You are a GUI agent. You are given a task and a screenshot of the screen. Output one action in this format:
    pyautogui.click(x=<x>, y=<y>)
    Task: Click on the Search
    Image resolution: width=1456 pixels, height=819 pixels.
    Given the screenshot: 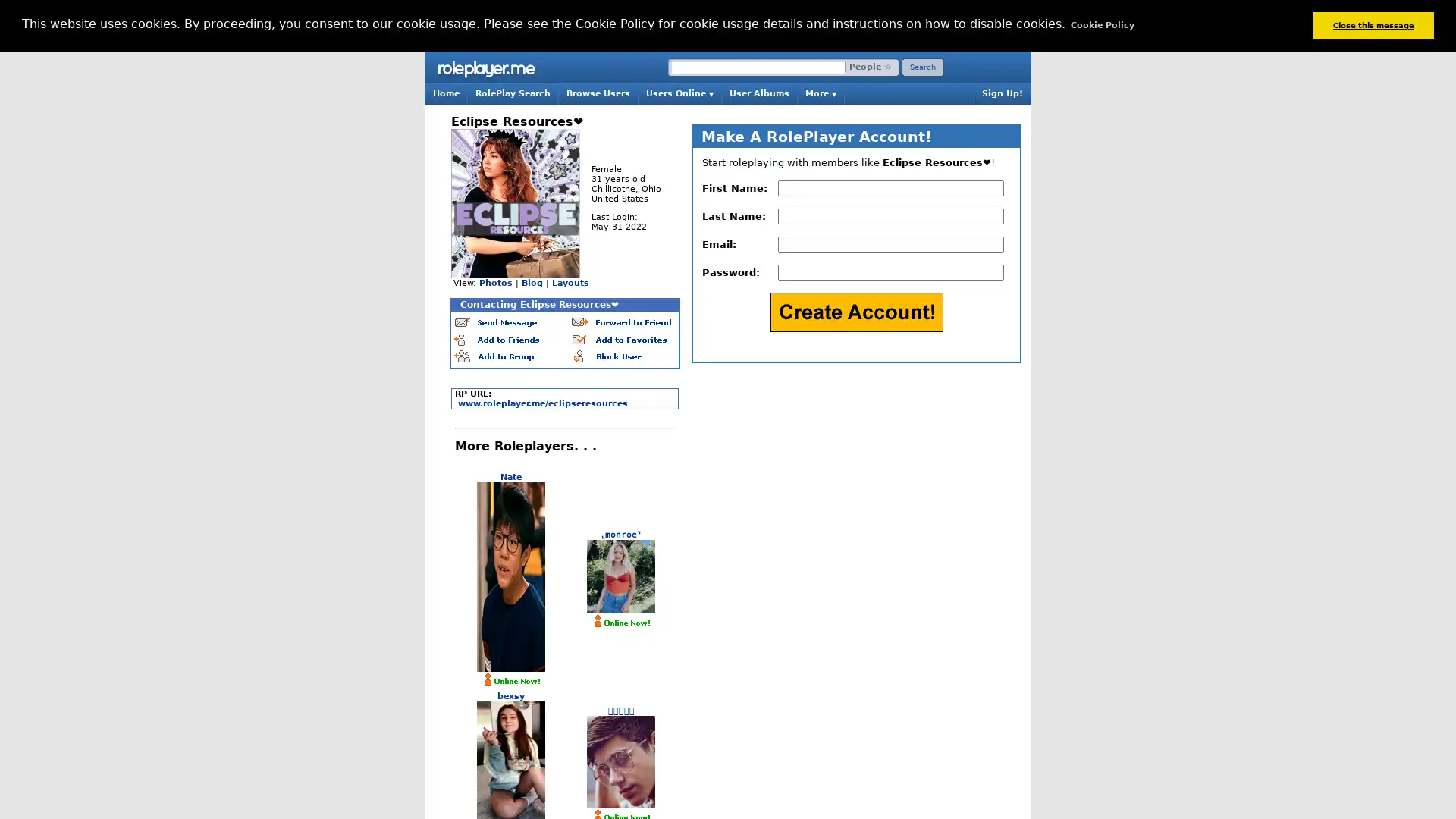 What is the action you would take?
    pyautogui.click(x=922, y=66)
    